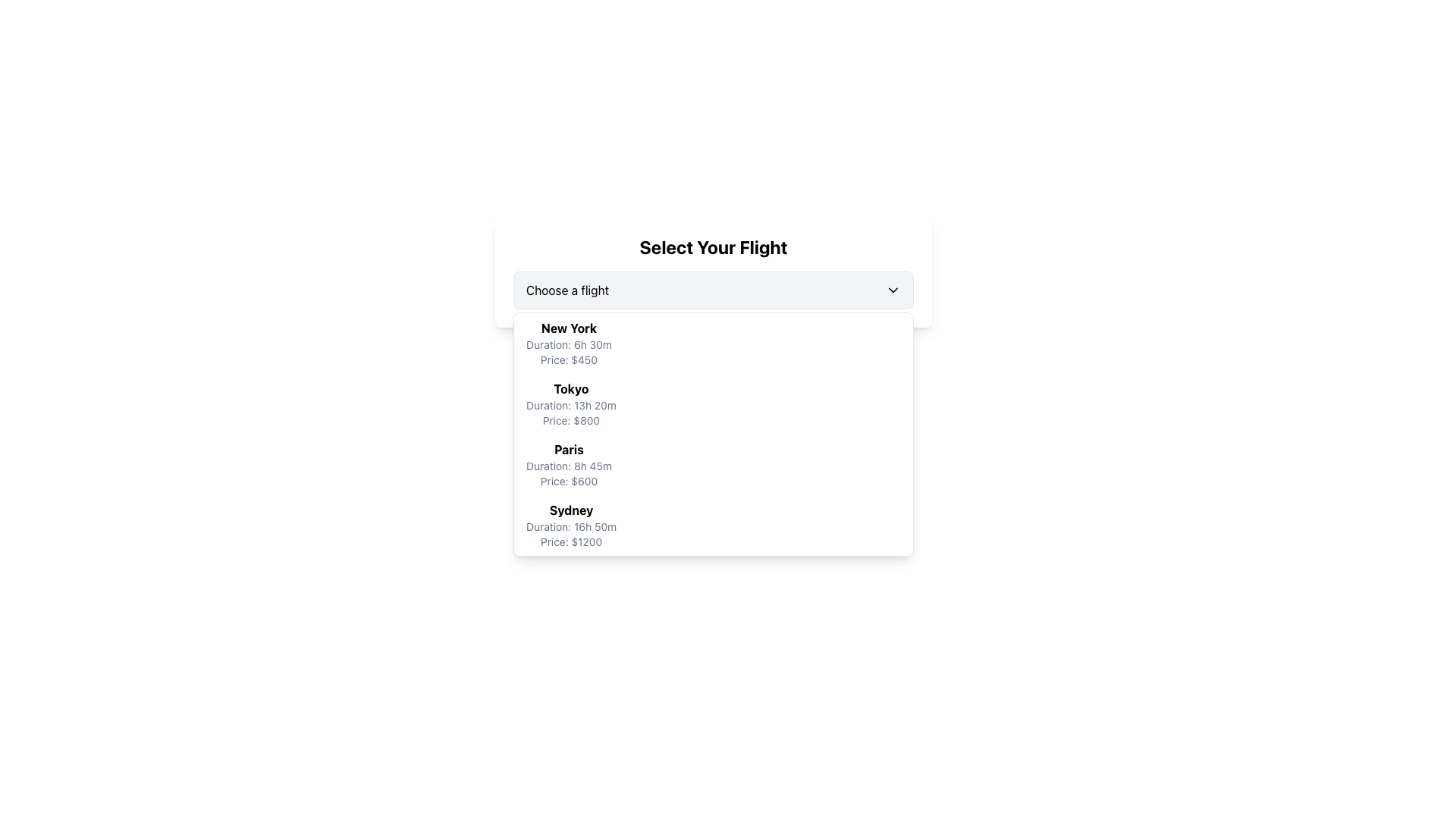 The image size is (1456, 819). Describe the element at coordinates (570, 405) in the screenshot. I see `the static text element that displays 'Duration: 13h 20m', which provides information about the flight's duration to Tokyo` at that location.